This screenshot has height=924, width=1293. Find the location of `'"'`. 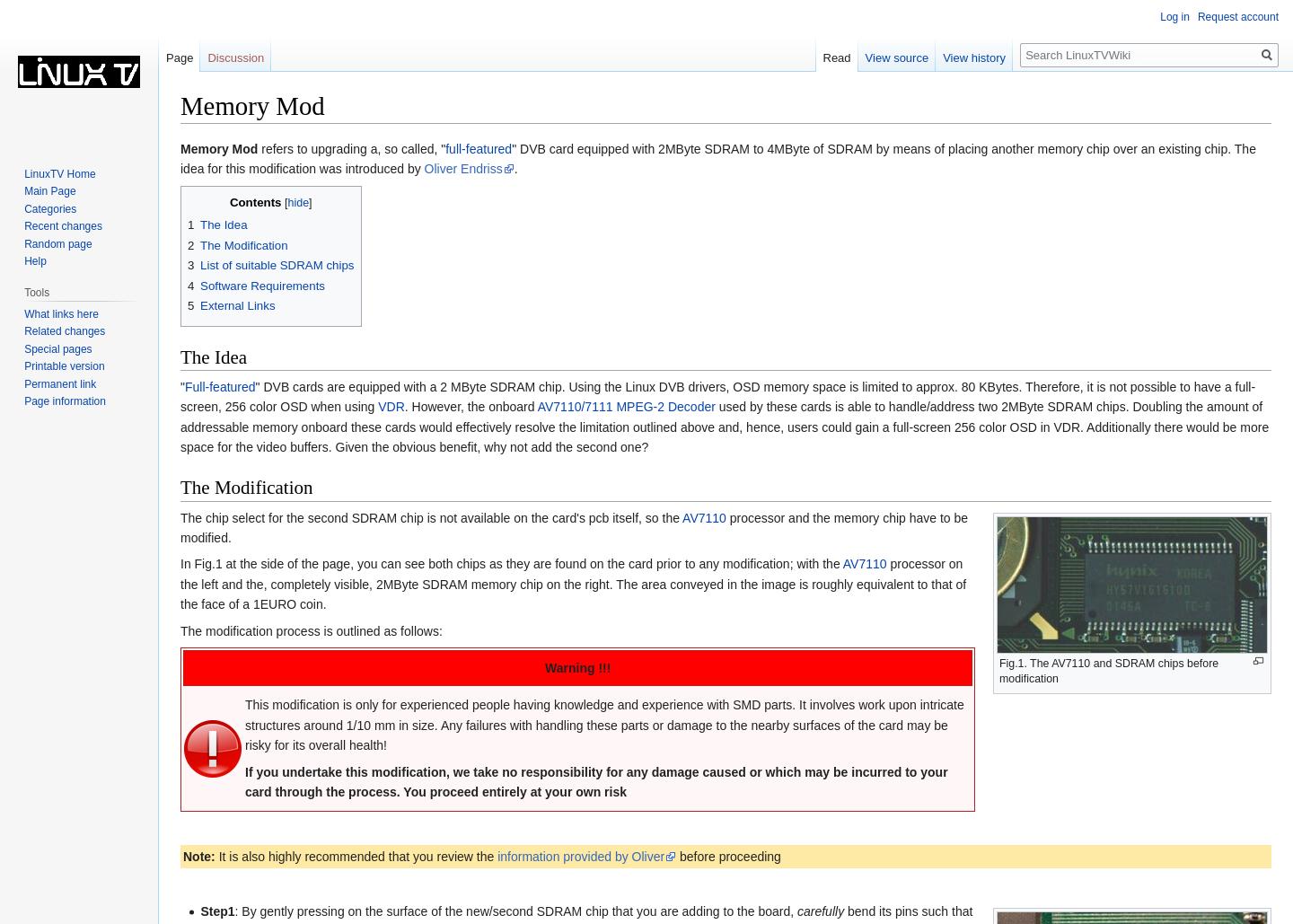

'"' is located at coordinates (182, 385).